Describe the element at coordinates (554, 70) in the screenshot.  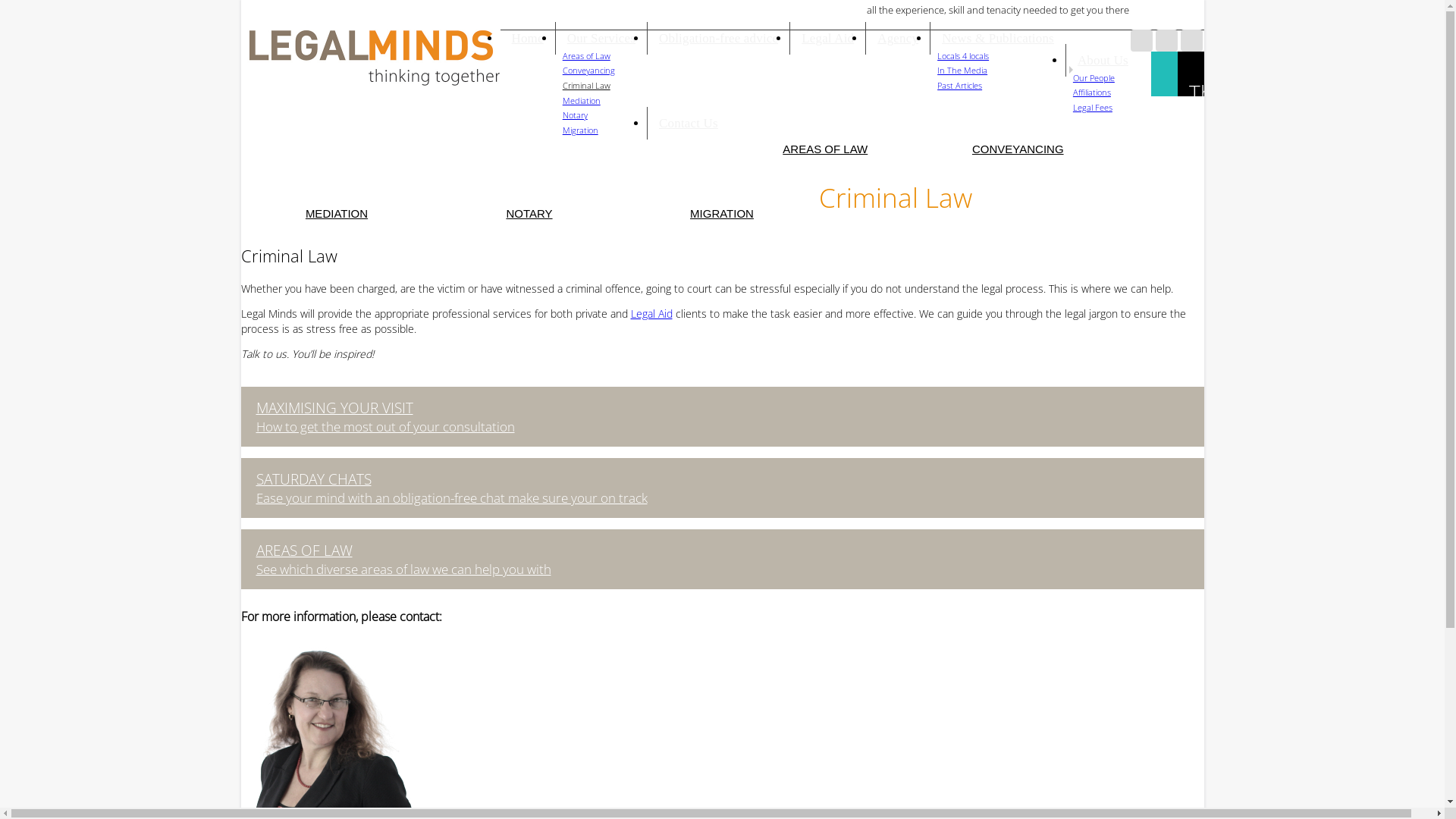
I see `'Conveyancing'` at that location.